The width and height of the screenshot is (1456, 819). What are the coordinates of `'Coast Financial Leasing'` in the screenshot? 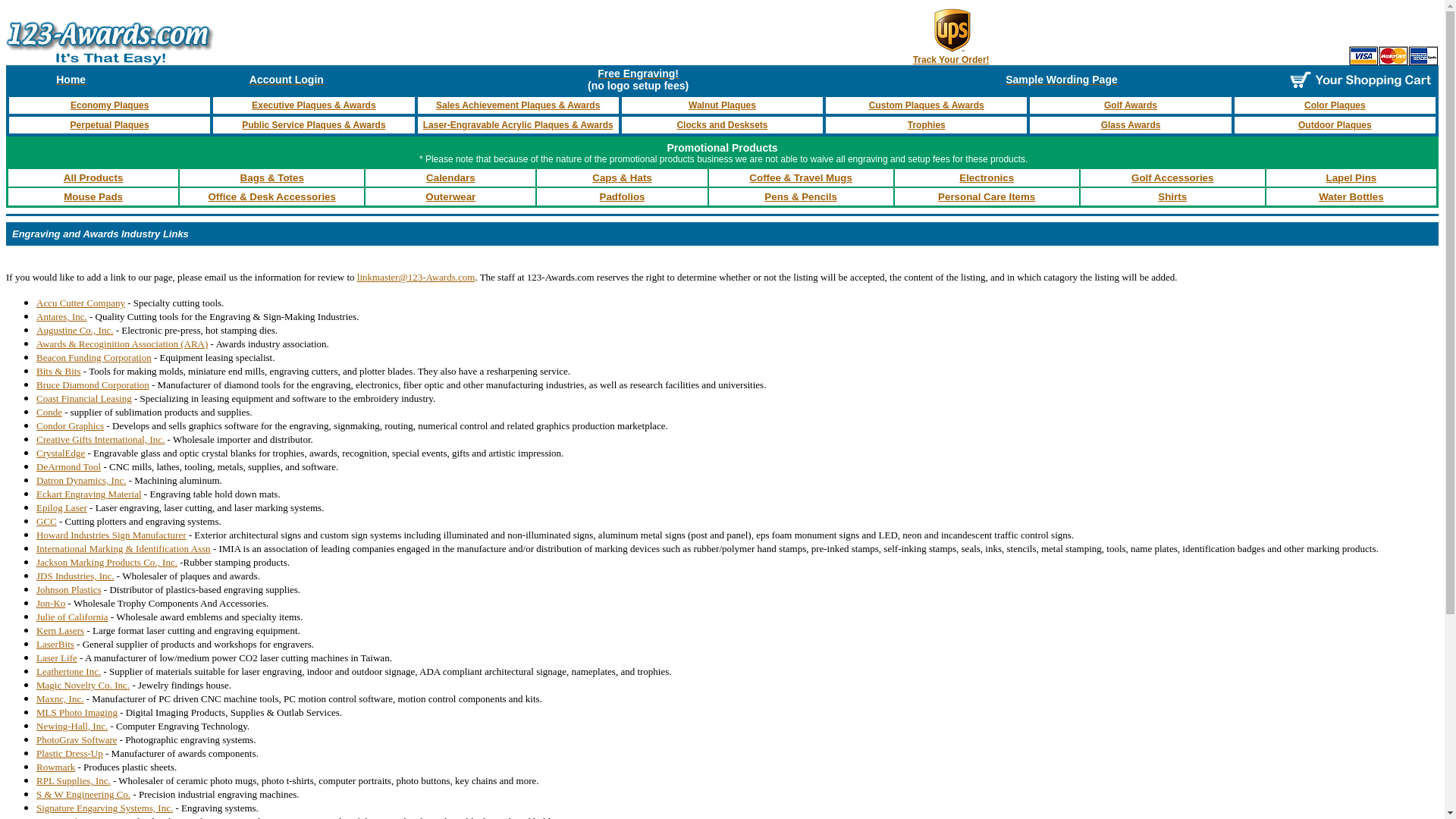 It's located at (83, 397).